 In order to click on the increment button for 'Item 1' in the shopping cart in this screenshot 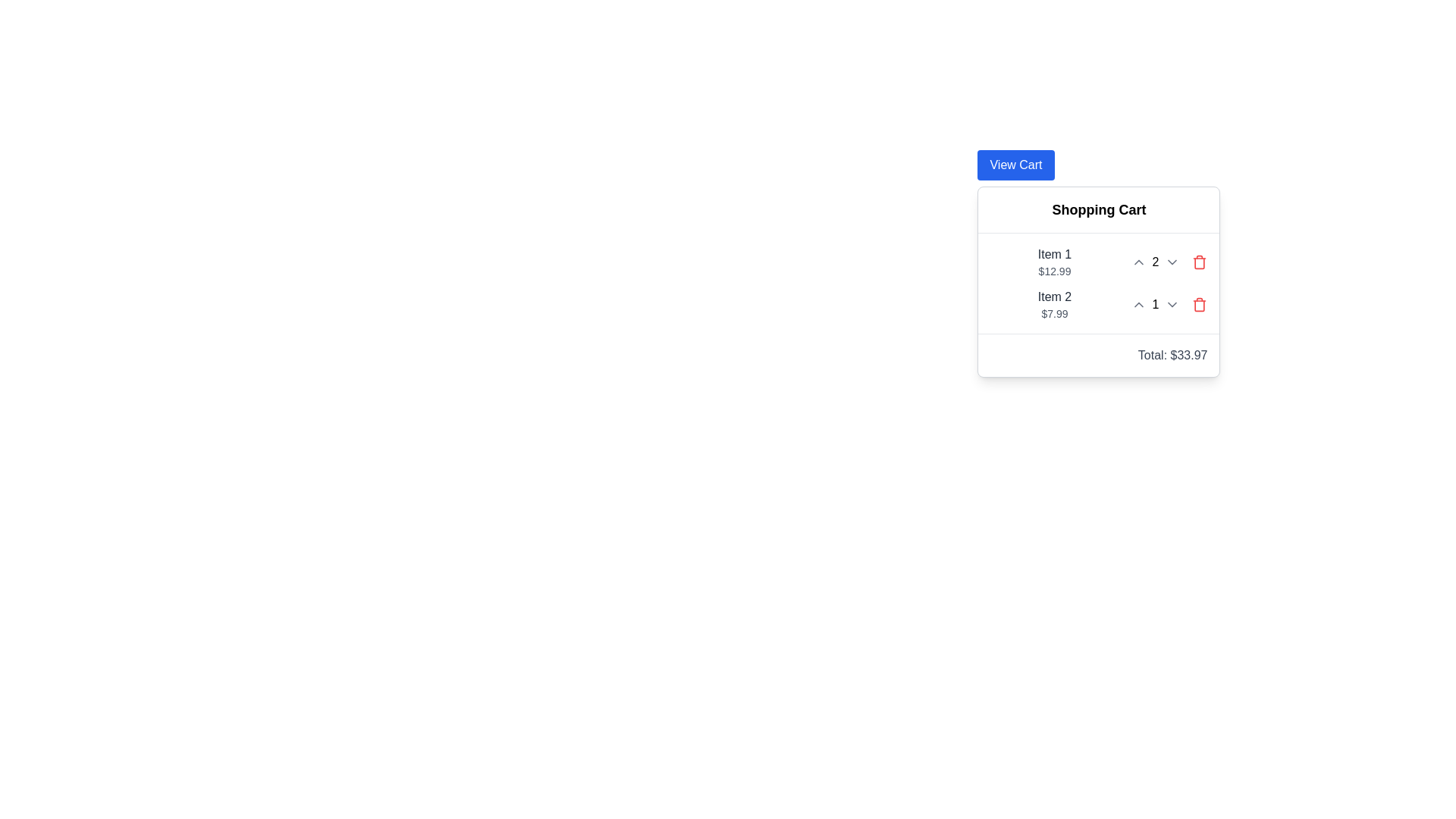, I will do `click(1138, 262)`.